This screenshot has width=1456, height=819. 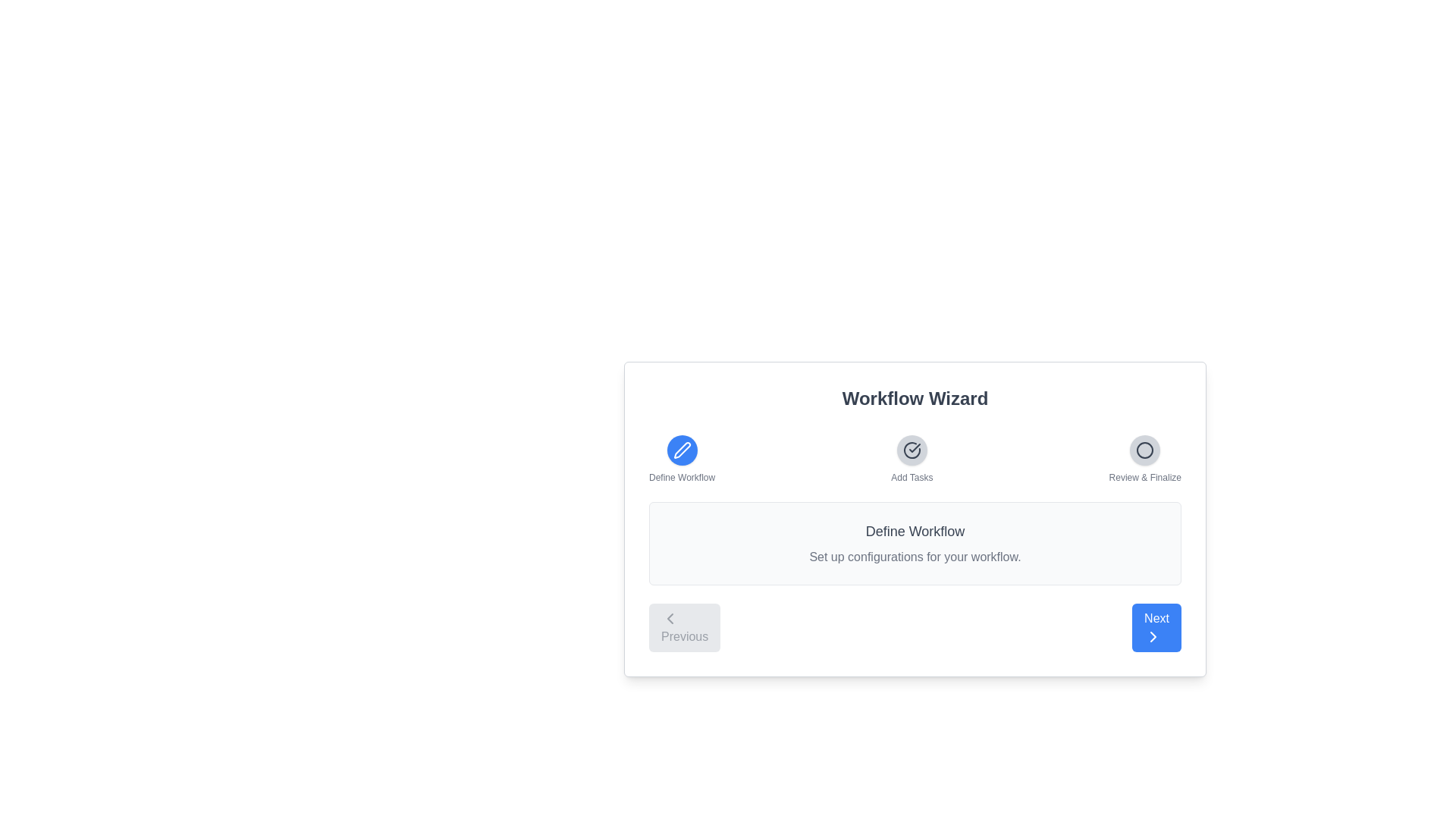 I want to click on the 'Define Workflow' button, which is the first step in the workflow setup, centrally aligned above the 'Define Workflow' label, so click(x=681, y=450).